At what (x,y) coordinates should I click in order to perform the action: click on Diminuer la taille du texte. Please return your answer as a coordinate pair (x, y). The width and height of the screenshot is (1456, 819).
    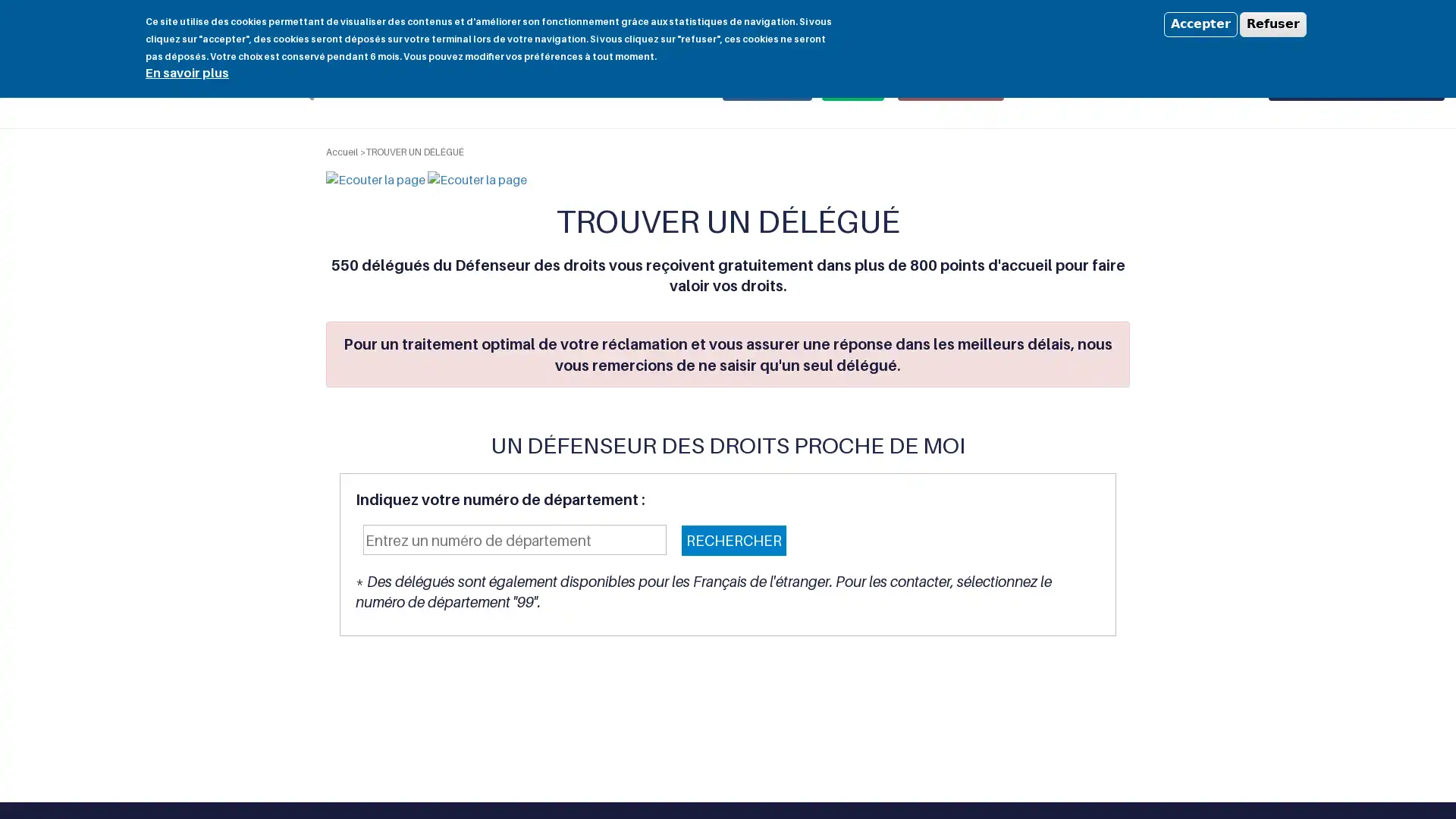
    Looking at the image, I should click on (1252, 24).